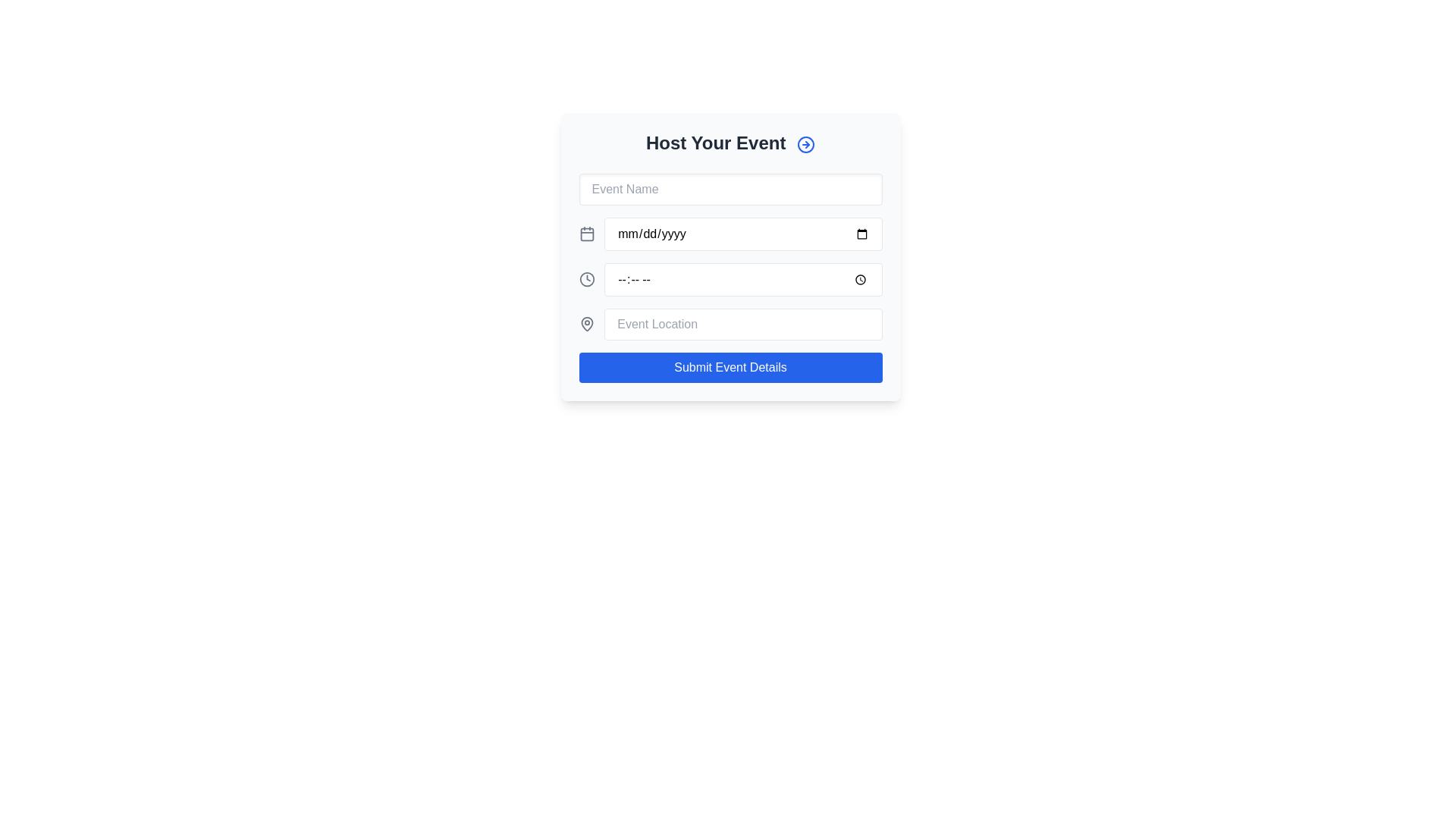  Describe the element at coordinates (730, 280) in the screenshot. I see `the Time Input Field, which is an empty input field with clock icons on both sides, located under the 'Host Your Event' section` at that location.